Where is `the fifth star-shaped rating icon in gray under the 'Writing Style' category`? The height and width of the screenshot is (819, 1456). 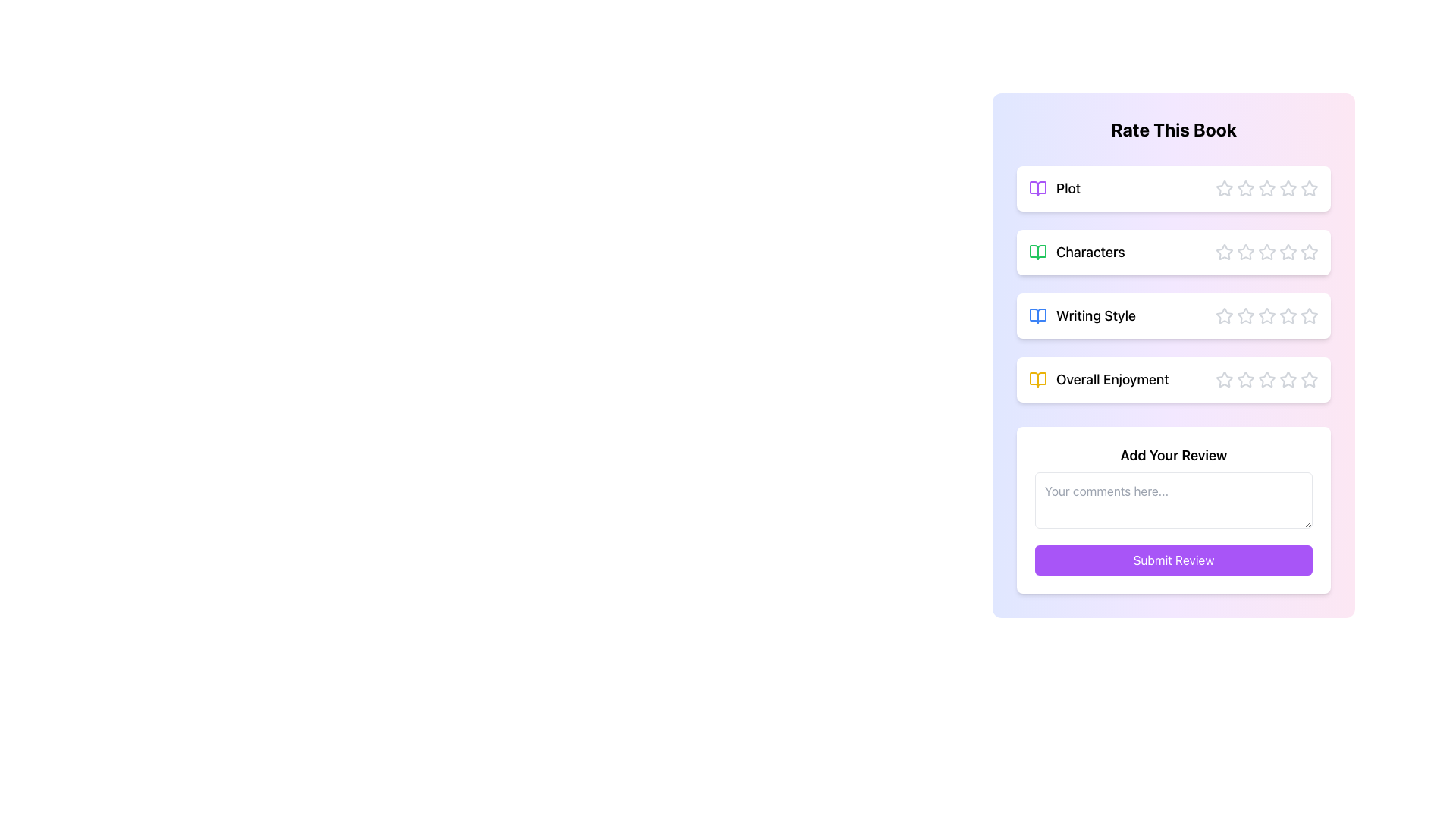
the fifth star-shaped rating icon in gray under the 'Writing Style' category is located at coordinates (1309, 315).